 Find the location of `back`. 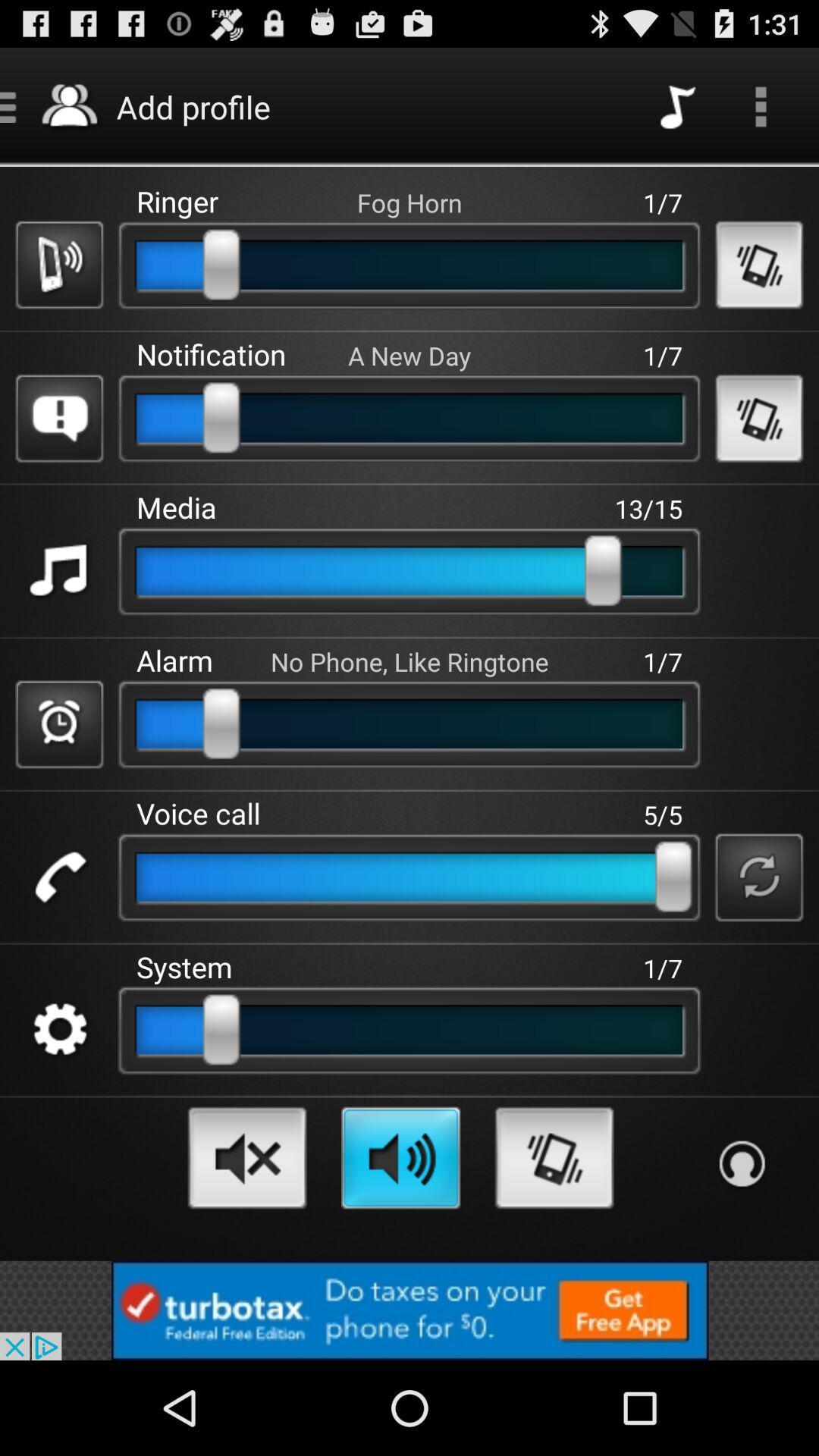

back is located at coordinates (759, 265).